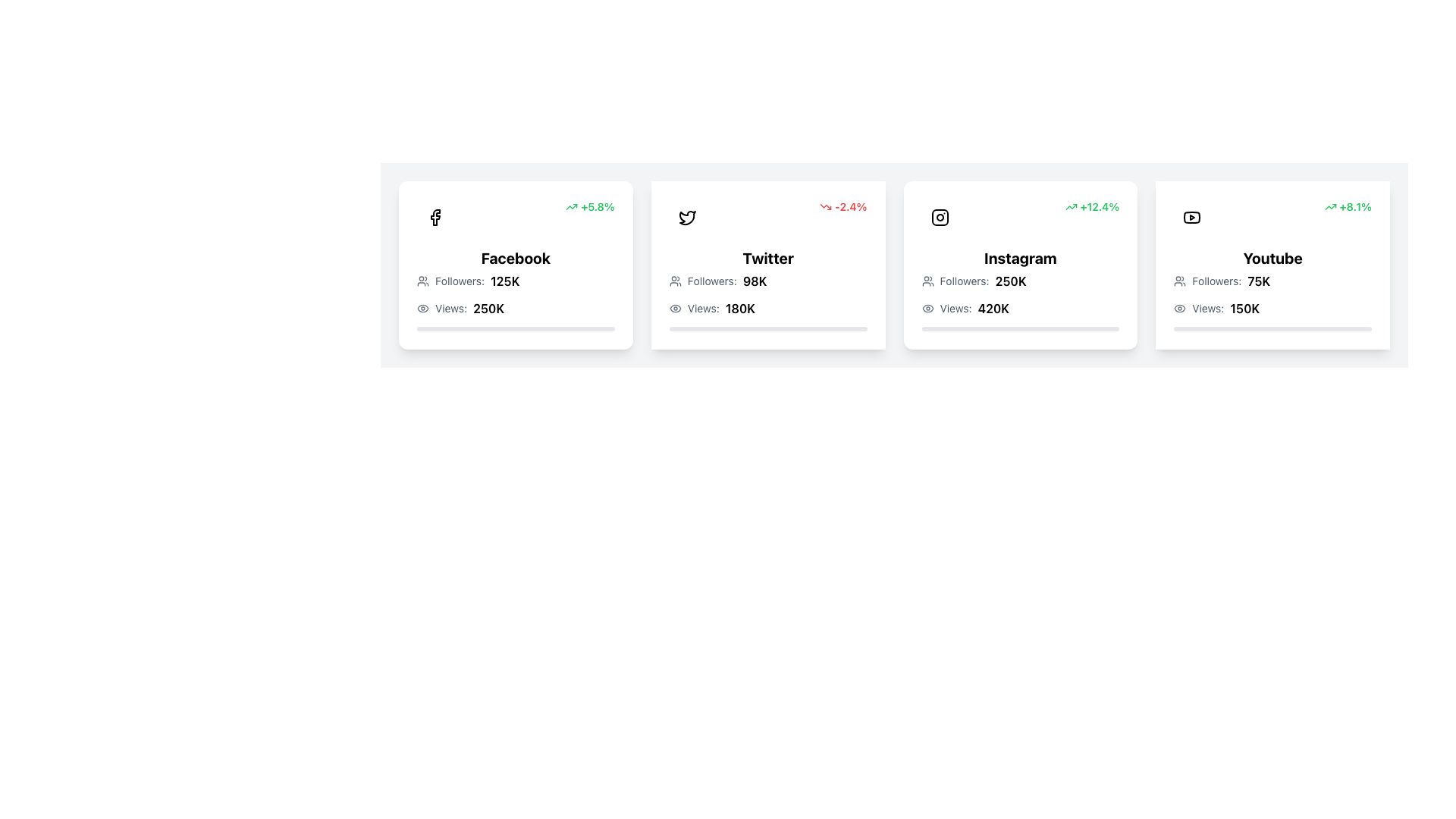 The image size is (1456, 819). I want to click on the text label displaying '125K', so click(505, 281).